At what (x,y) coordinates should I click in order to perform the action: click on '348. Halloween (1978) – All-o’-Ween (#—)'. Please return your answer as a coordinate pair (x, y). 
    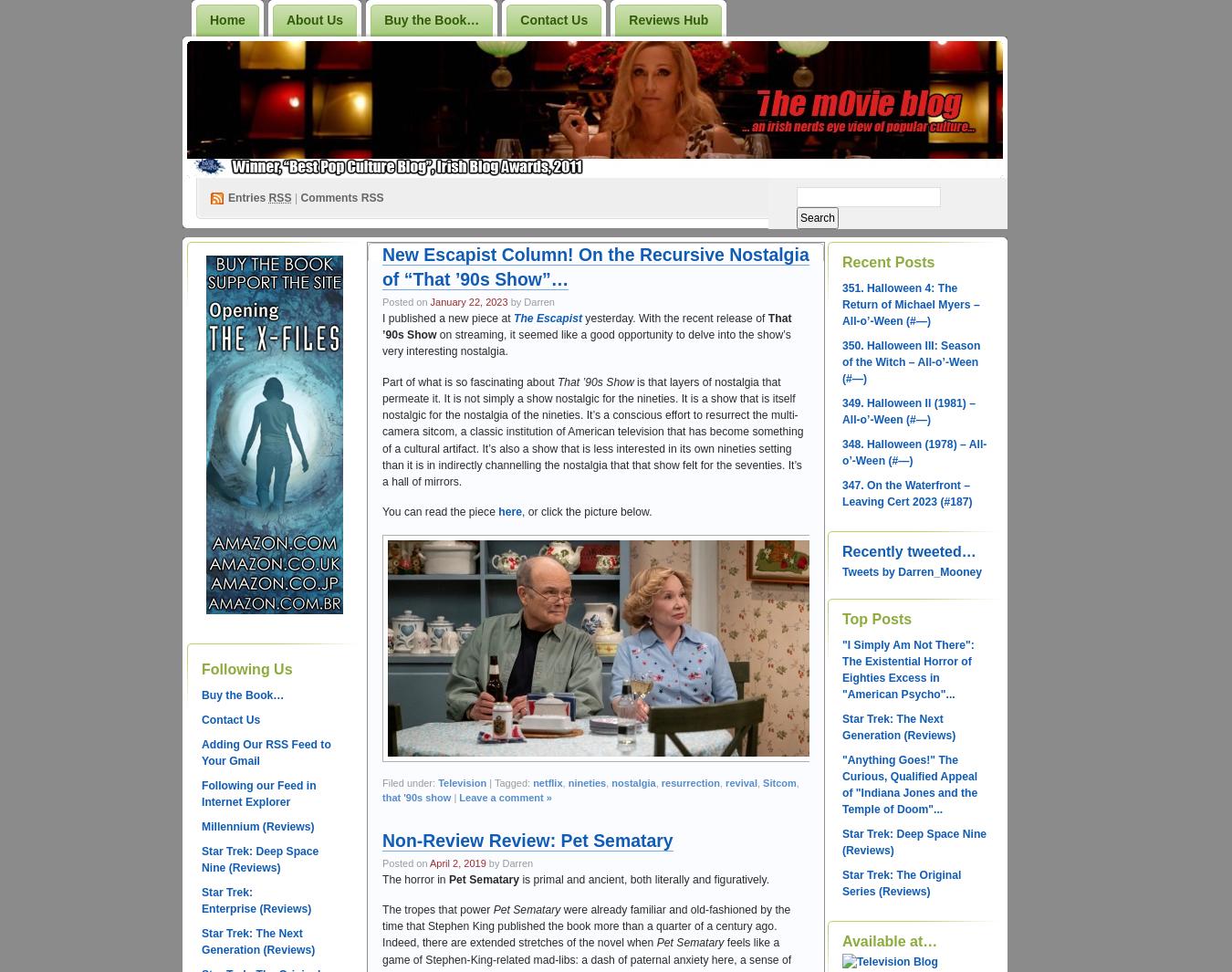
    Looking at the image, I should click on (913, 451).